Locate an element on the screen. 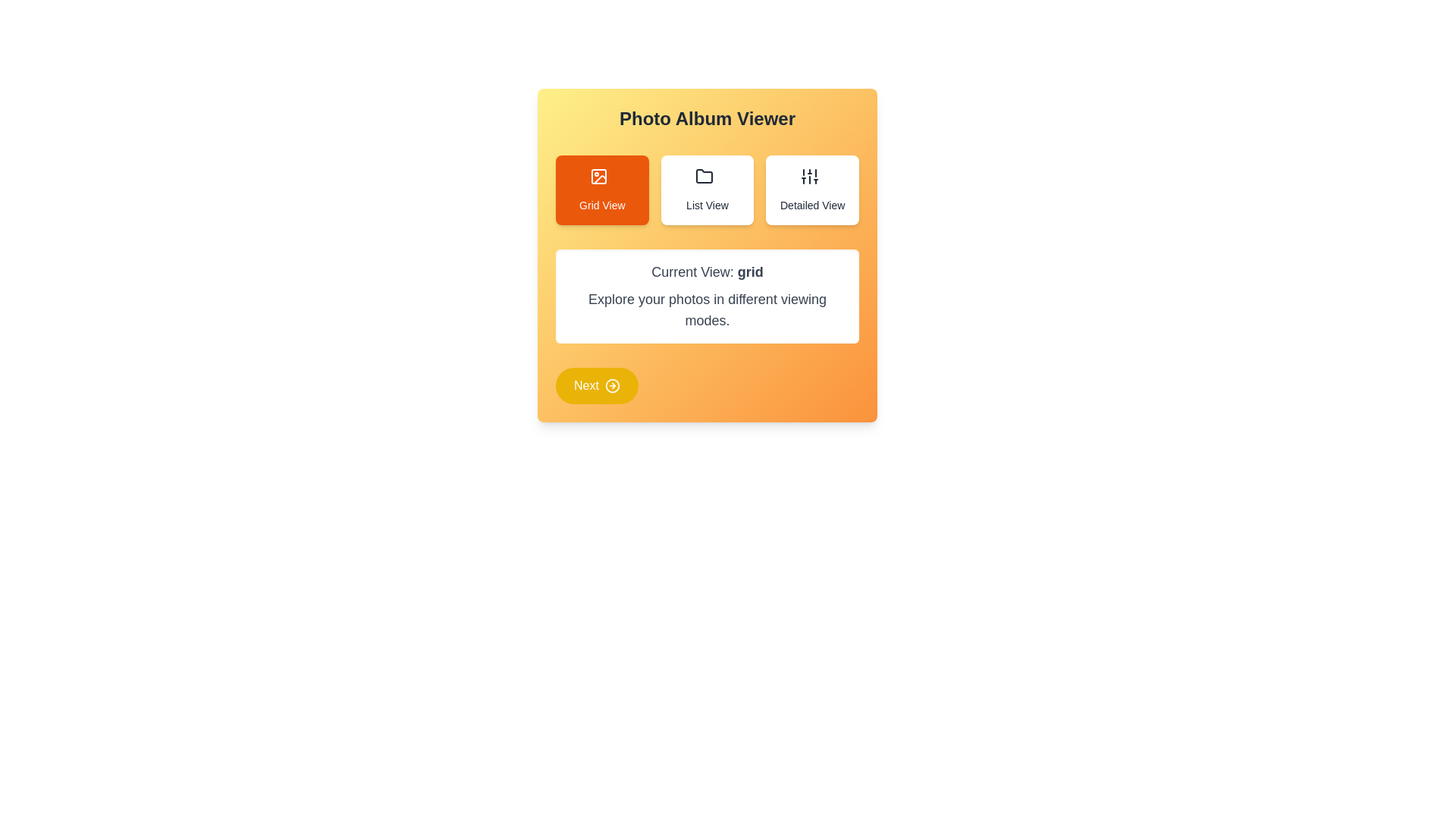  the informational text block that indicates the current viewing mode as 'grid' and provides guidance about photo viewing options, located between the view selection buttons and the 'Next' button is located at coordinates (706, 296).